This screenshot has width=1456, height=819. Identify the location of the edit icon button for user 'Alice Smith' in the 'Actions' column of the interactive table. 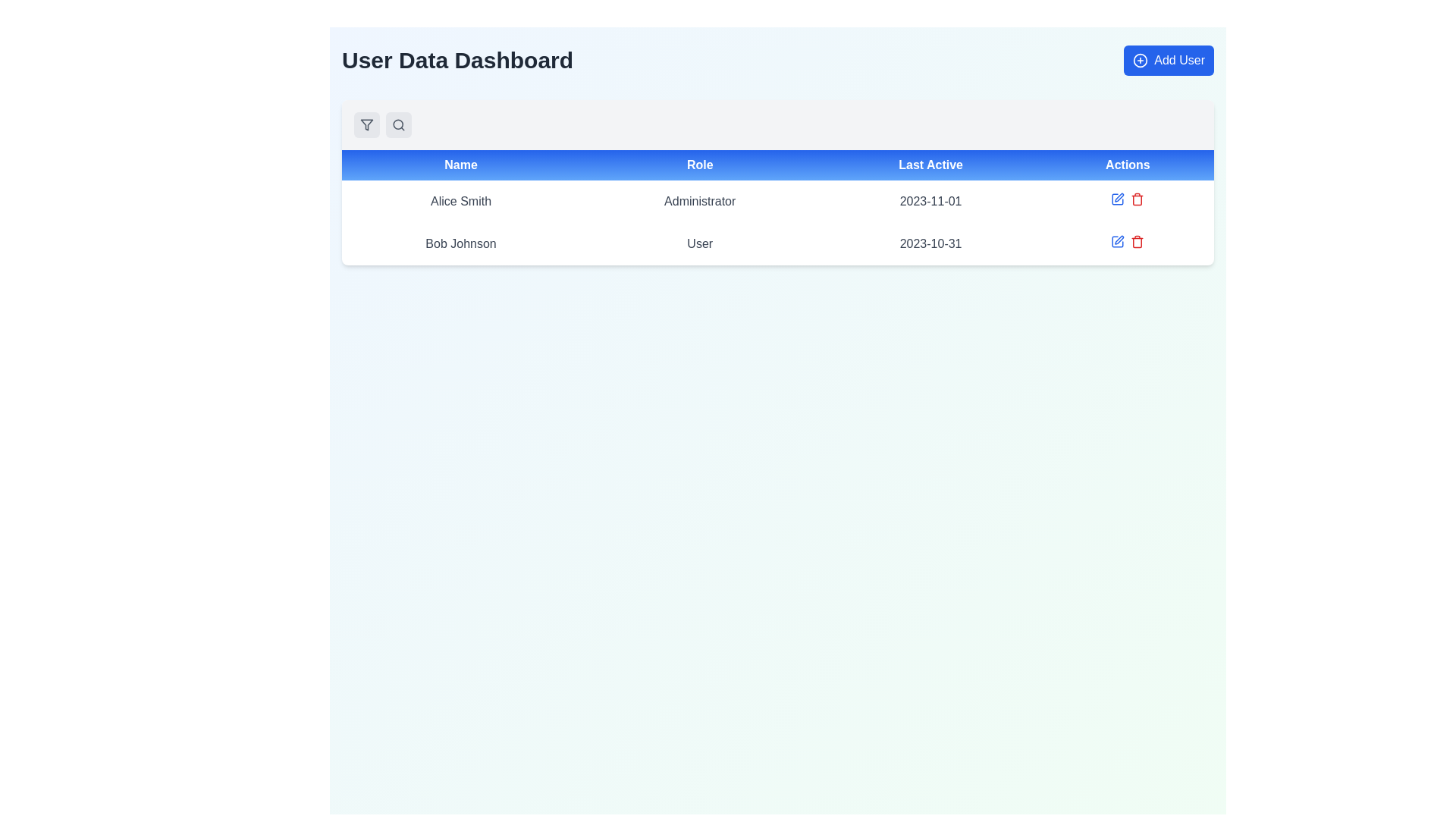
(1119, 196).